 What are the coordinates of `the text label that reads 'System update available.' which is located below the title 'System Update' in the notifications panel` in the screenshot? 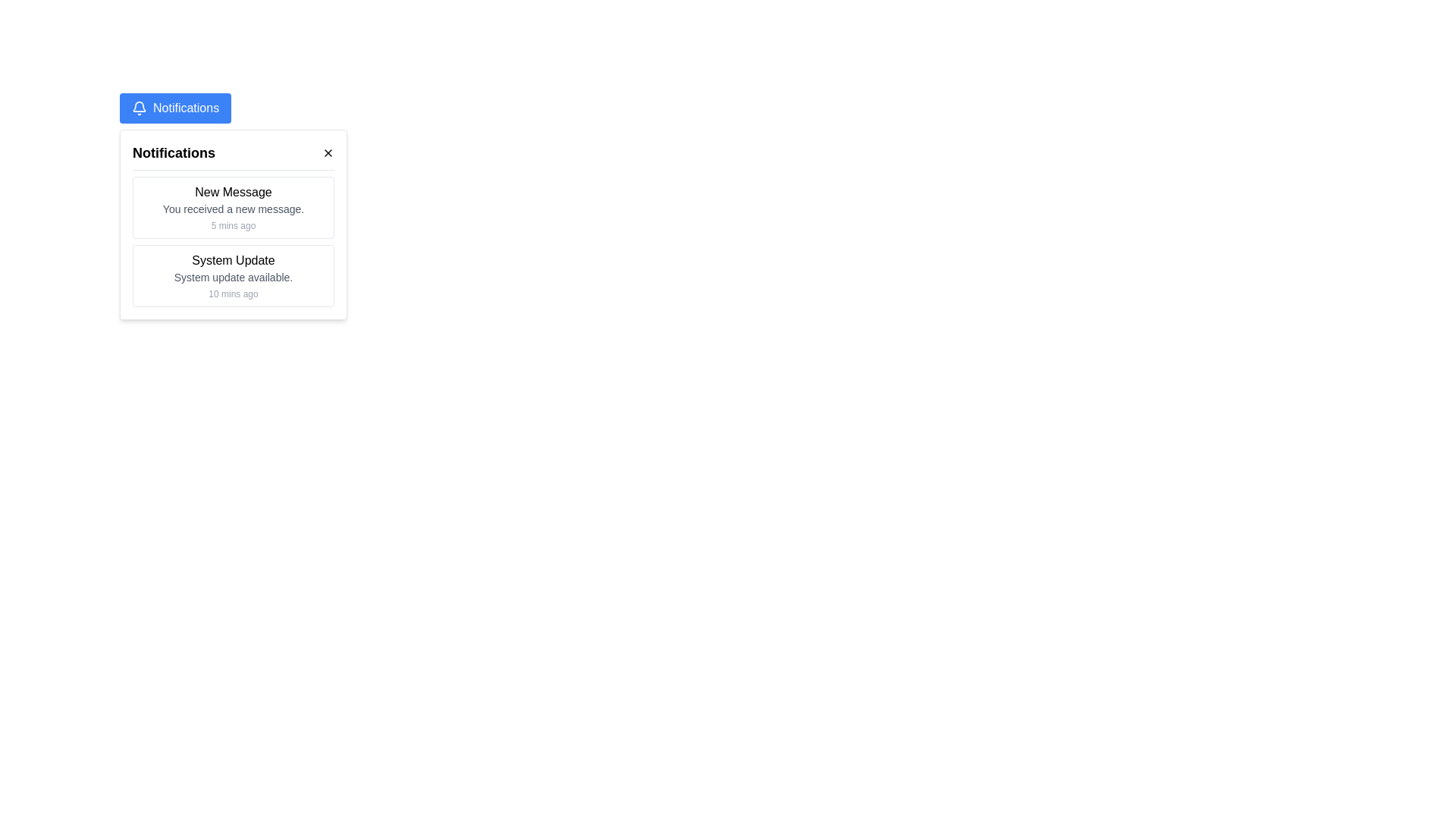 It's located at (232, 278).